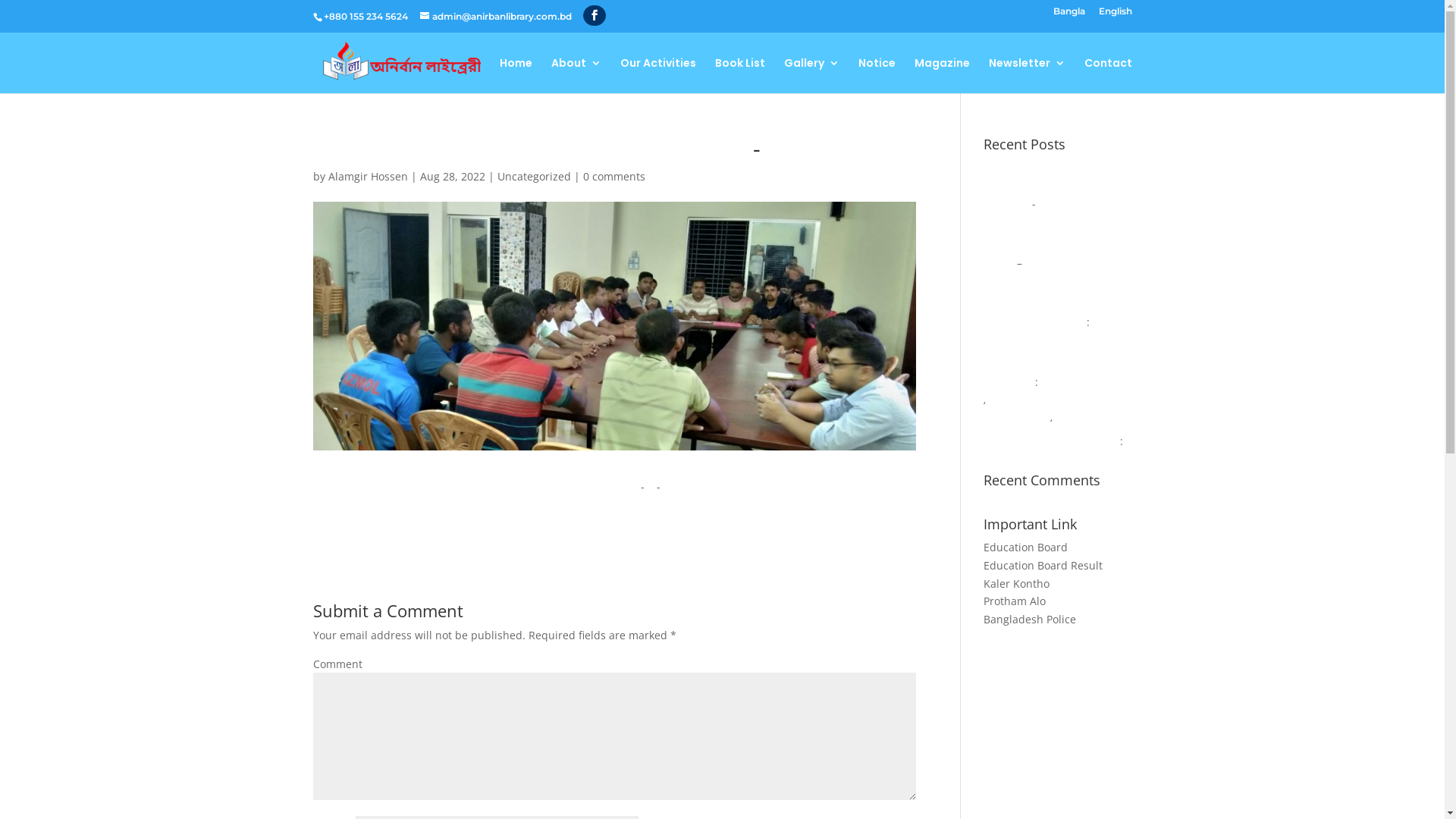 The image size is (1456, 819). Describe the element at coordinates (941, 75) in the screenshot. I see `'Magazine'` at that location.